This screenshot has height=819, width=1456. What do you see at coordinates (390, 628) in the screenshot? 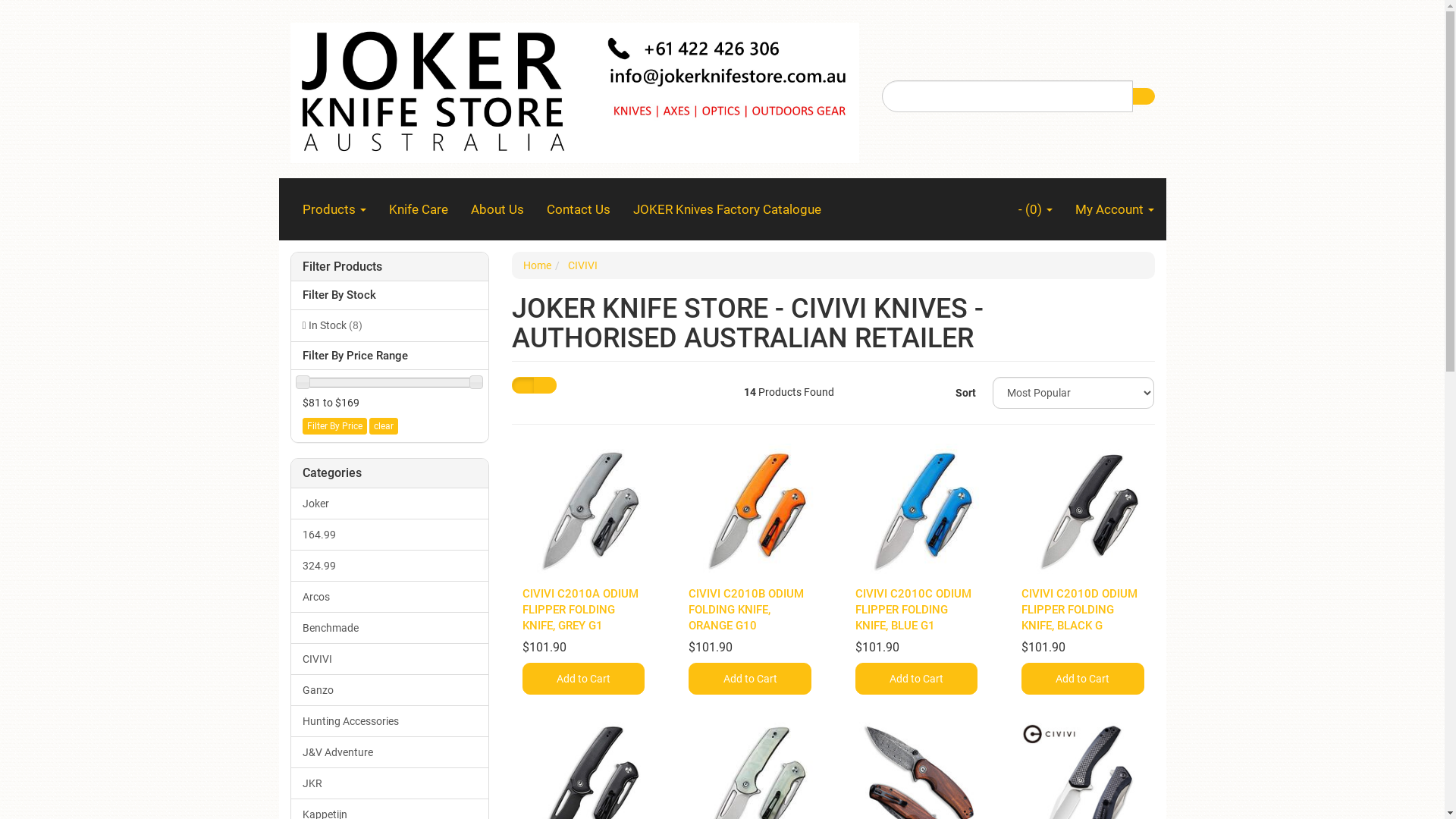
I see `'Benchmade'` at bounding box center [390, 628].